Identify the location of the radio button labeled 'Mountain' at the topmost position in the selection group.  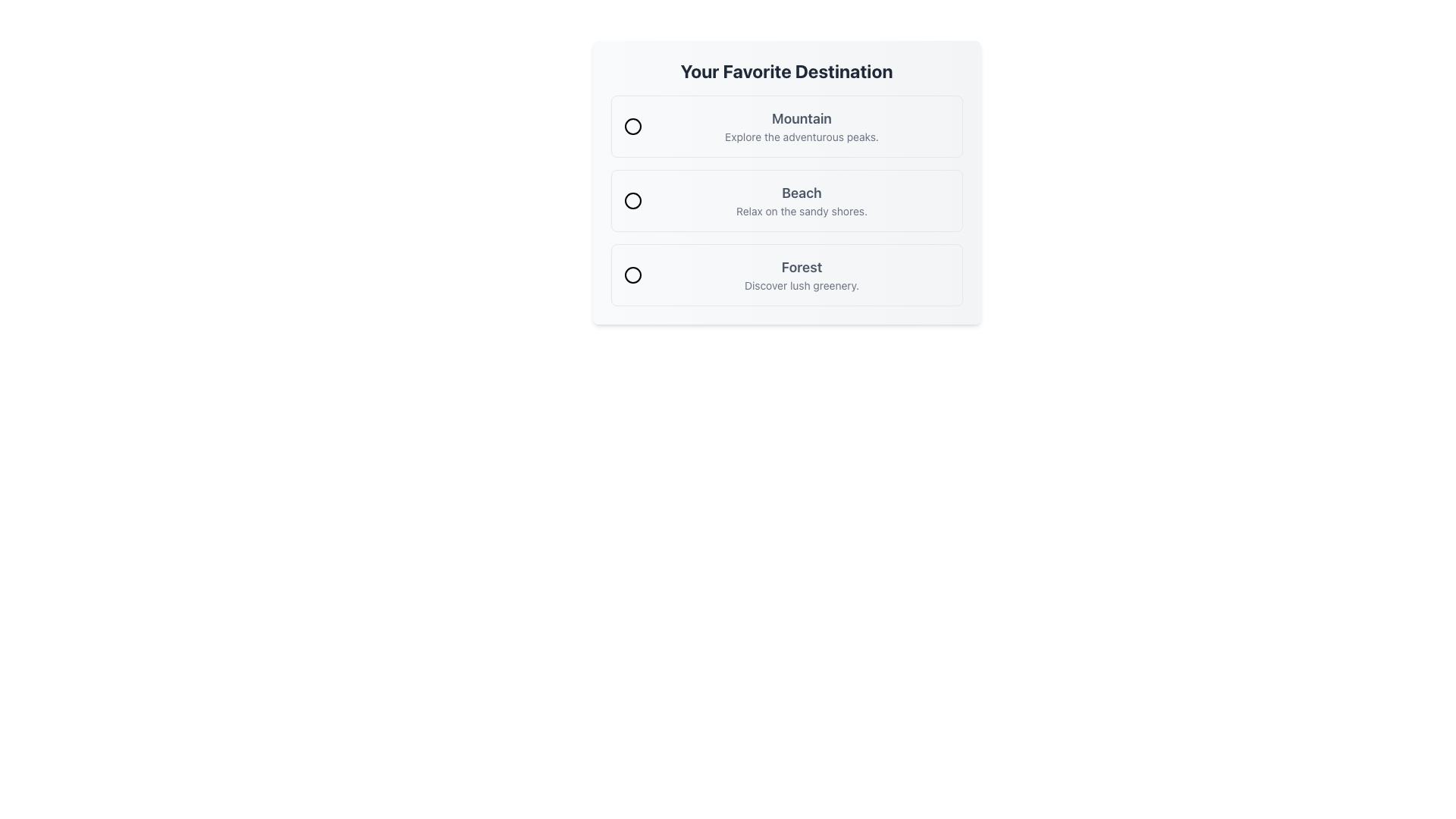
(632, 125).